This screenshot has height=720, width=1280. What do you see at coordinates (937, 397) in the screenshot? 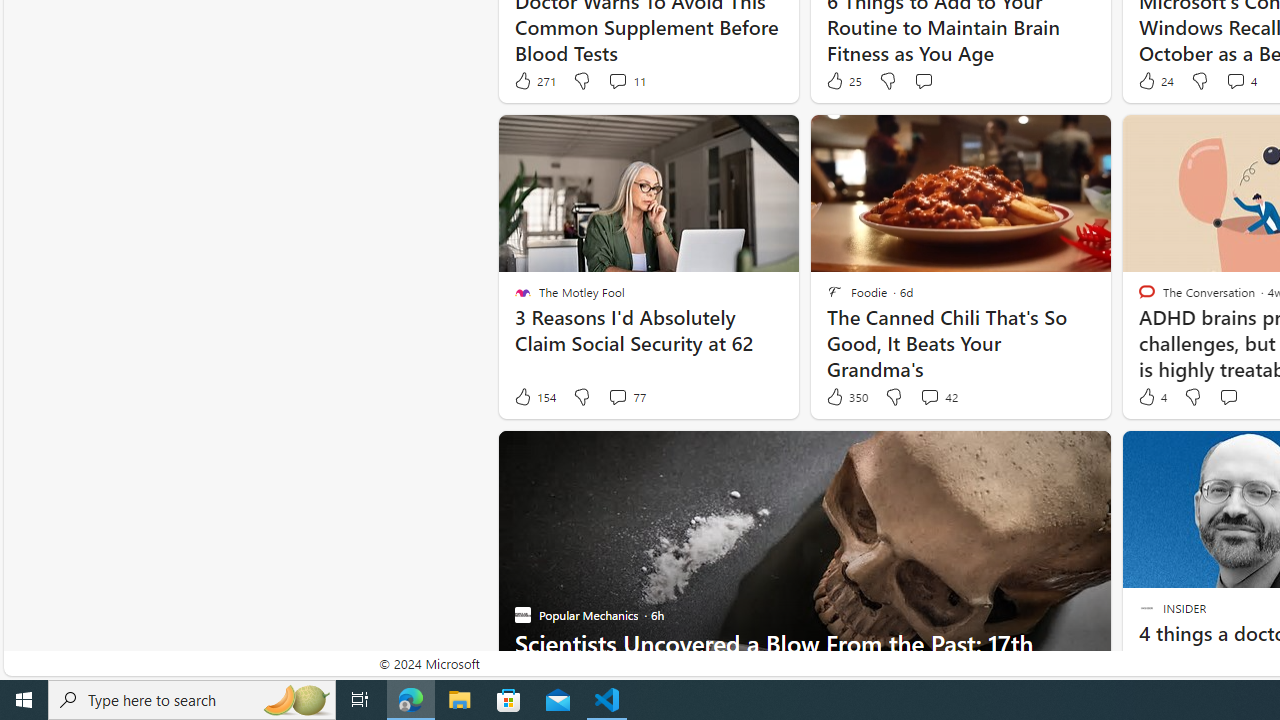
I see `'View comments 42 Comment'` at bounding box center [937, 397].